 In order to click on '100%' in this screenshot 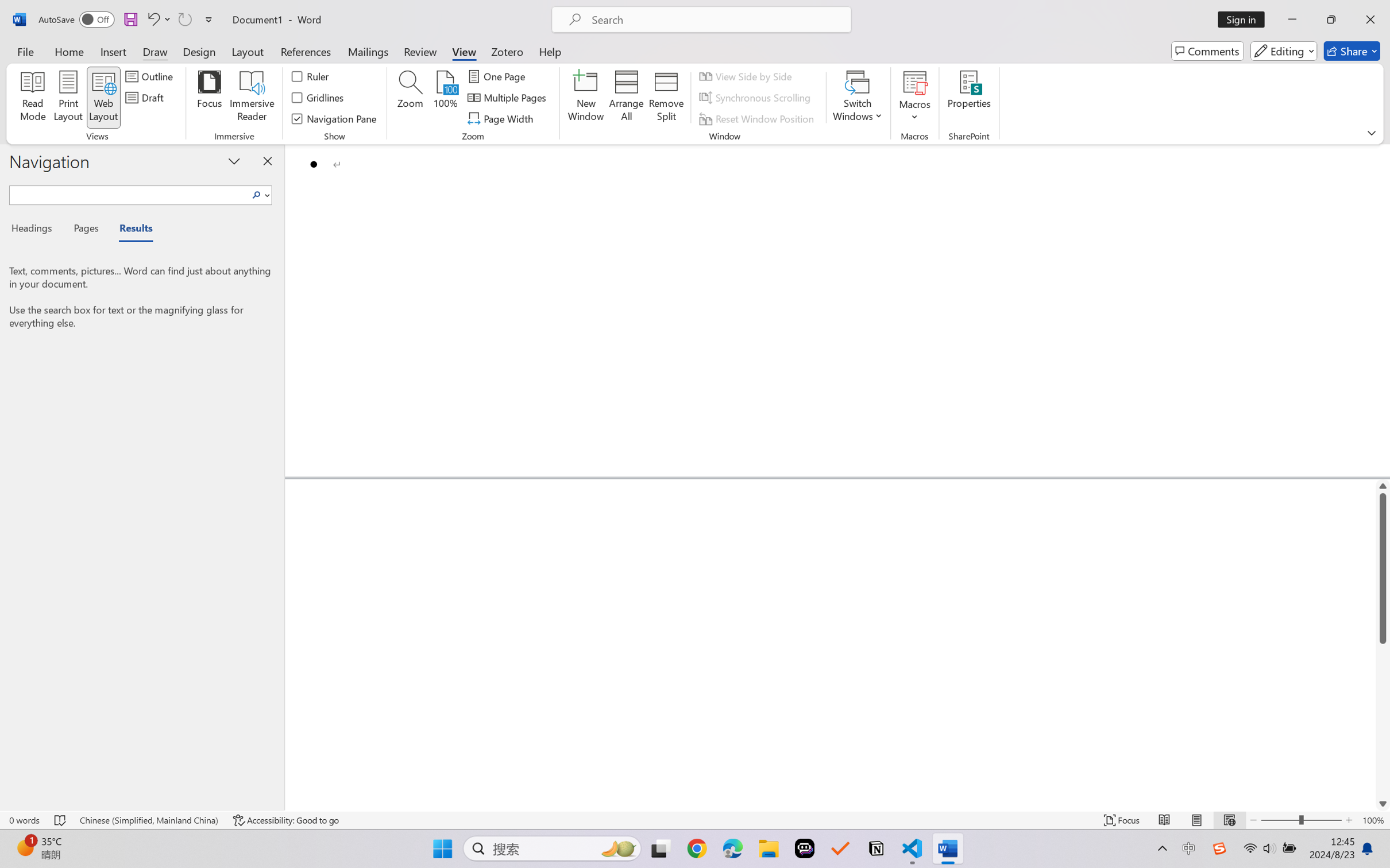, I will do `click(445, 98)`.